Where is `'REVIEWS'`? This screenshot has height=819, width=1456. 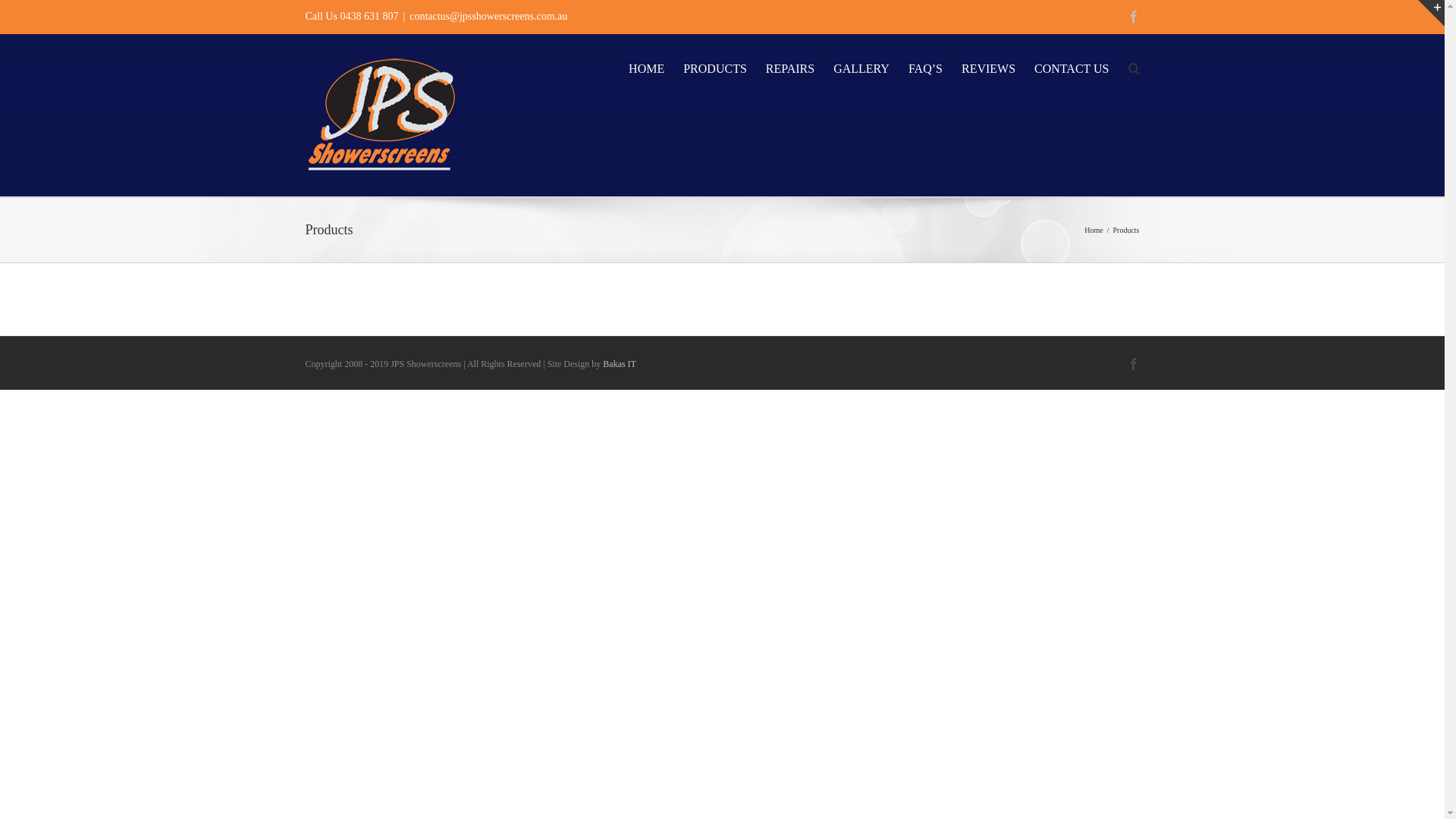 'REVIEWS' is located at coordinates (988, 66).